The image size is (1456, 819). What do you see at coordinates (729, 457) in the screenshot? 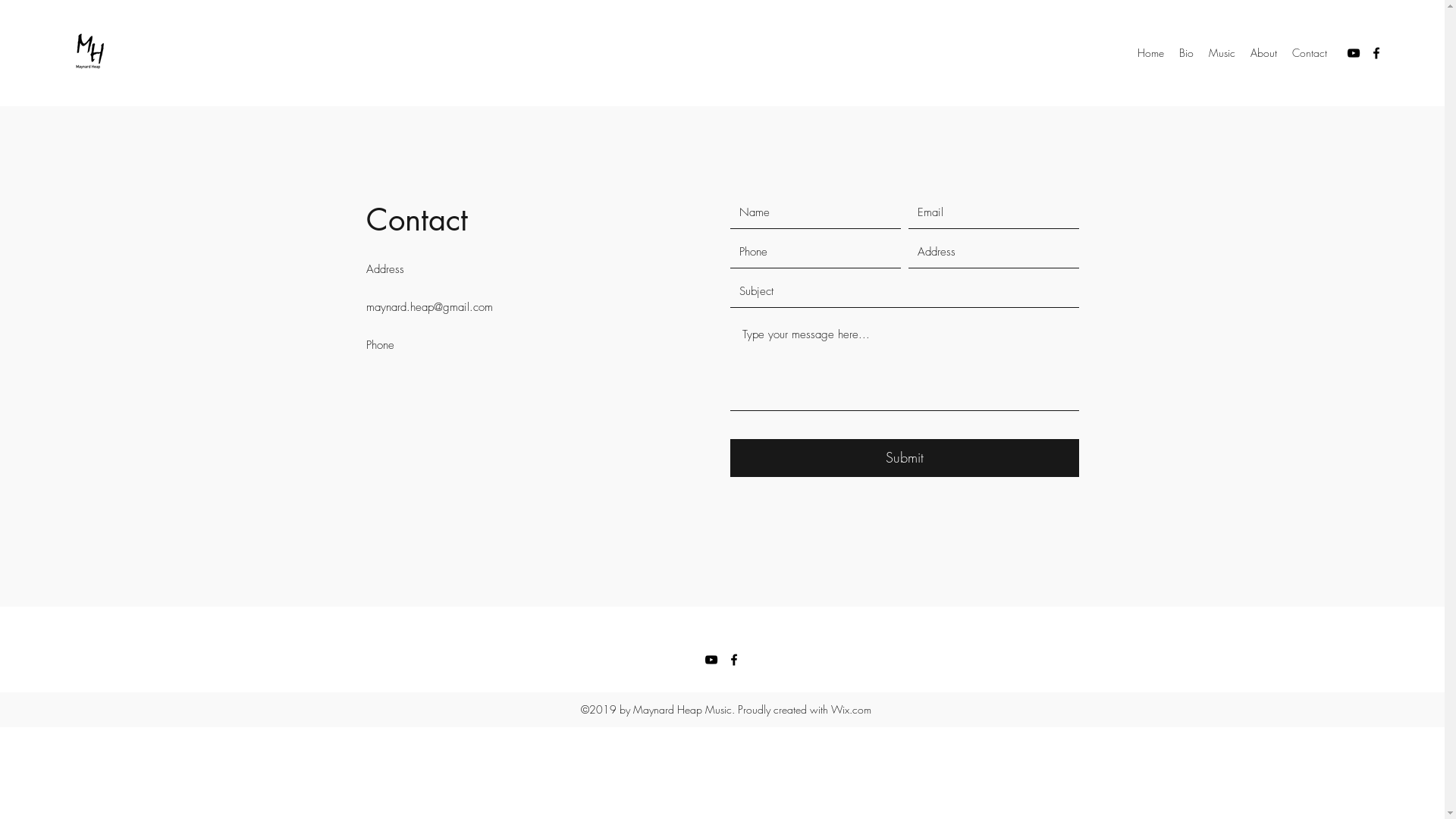
I see `'Submit'` at bounding box center [729, 457].